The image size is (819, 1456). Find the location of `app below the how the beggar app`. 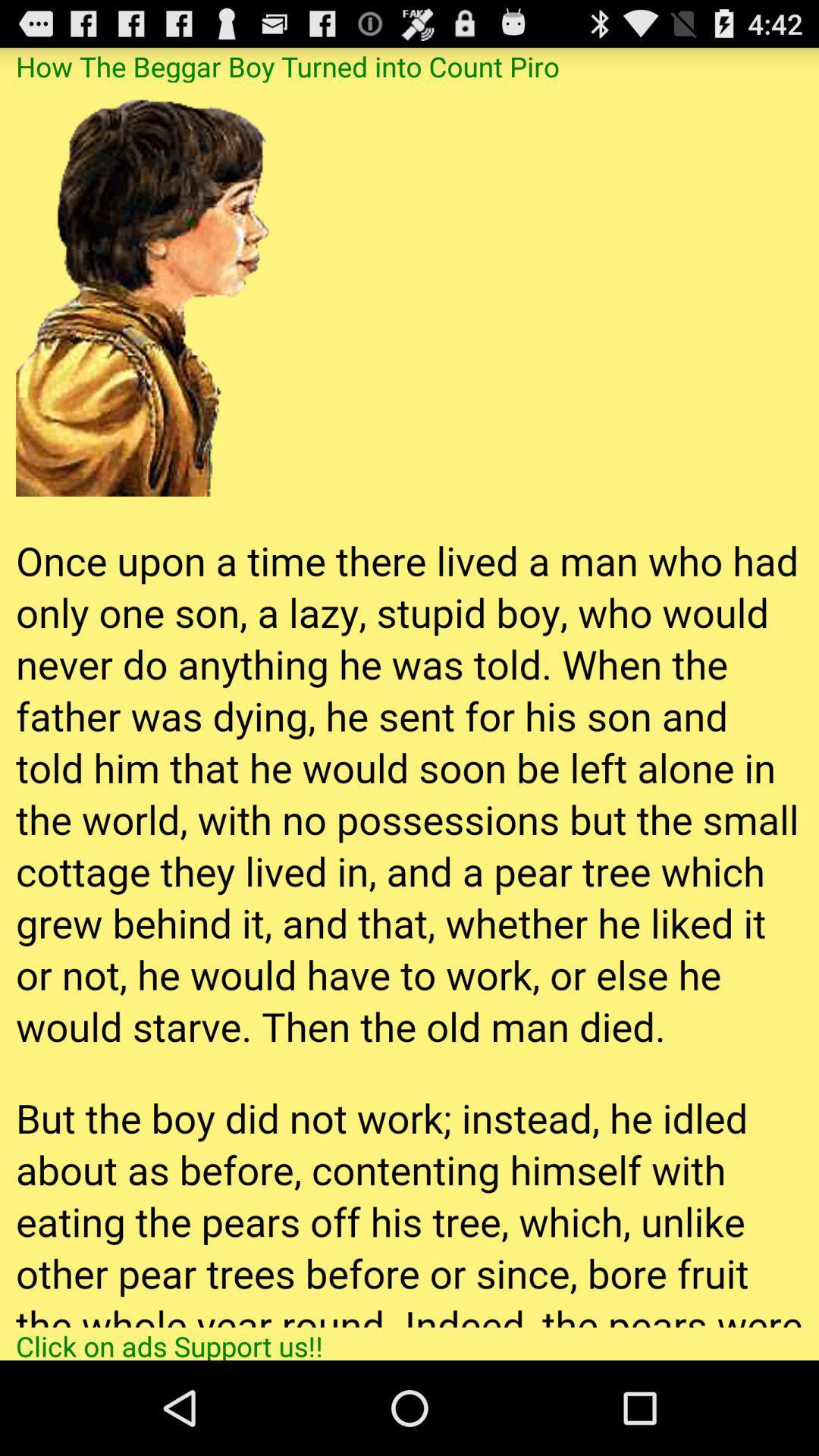

app below the how the beggar app is located at coordinates (409, 704).